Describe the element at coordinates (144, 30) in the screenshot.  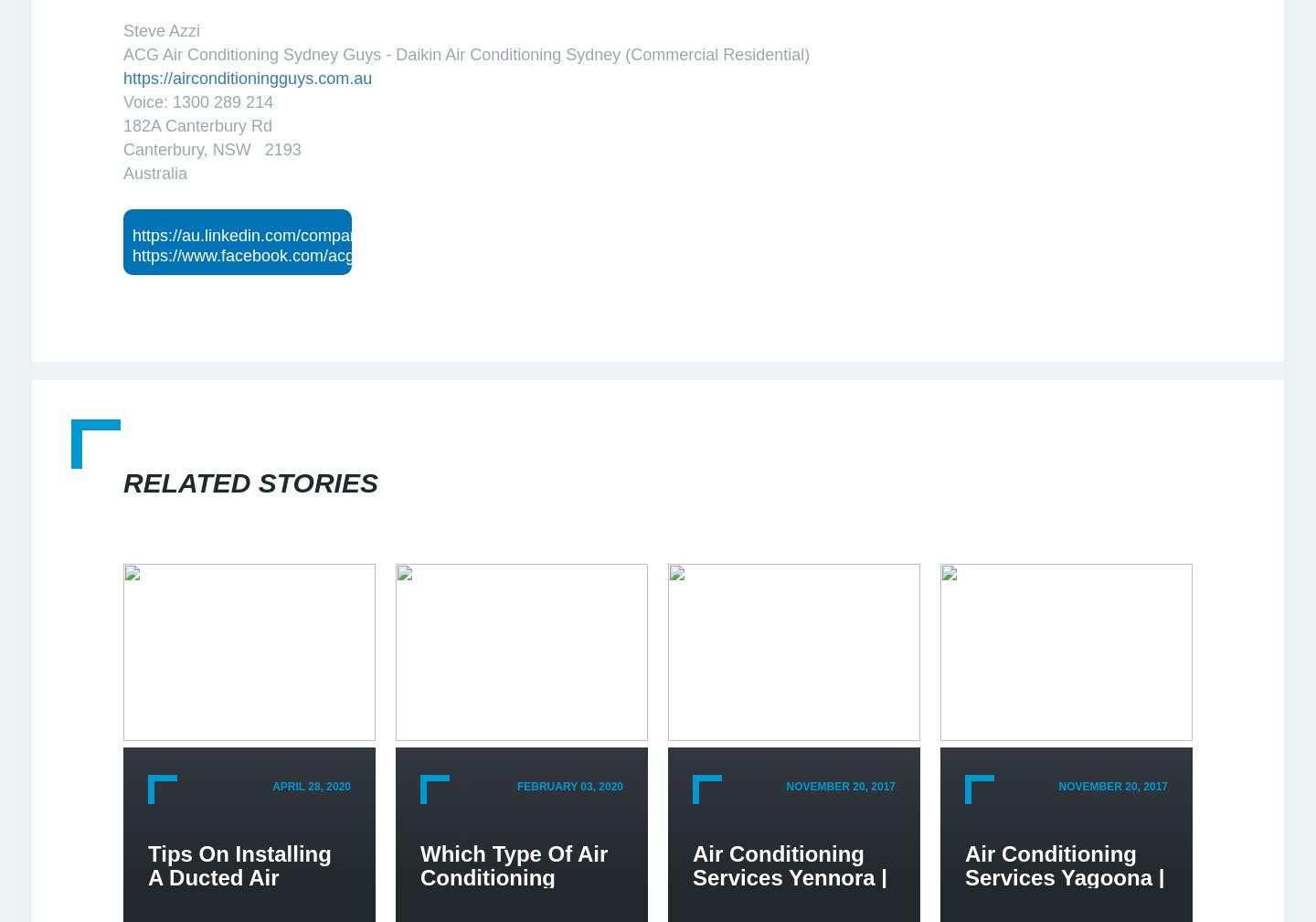
I see `'Steve'` at that location.